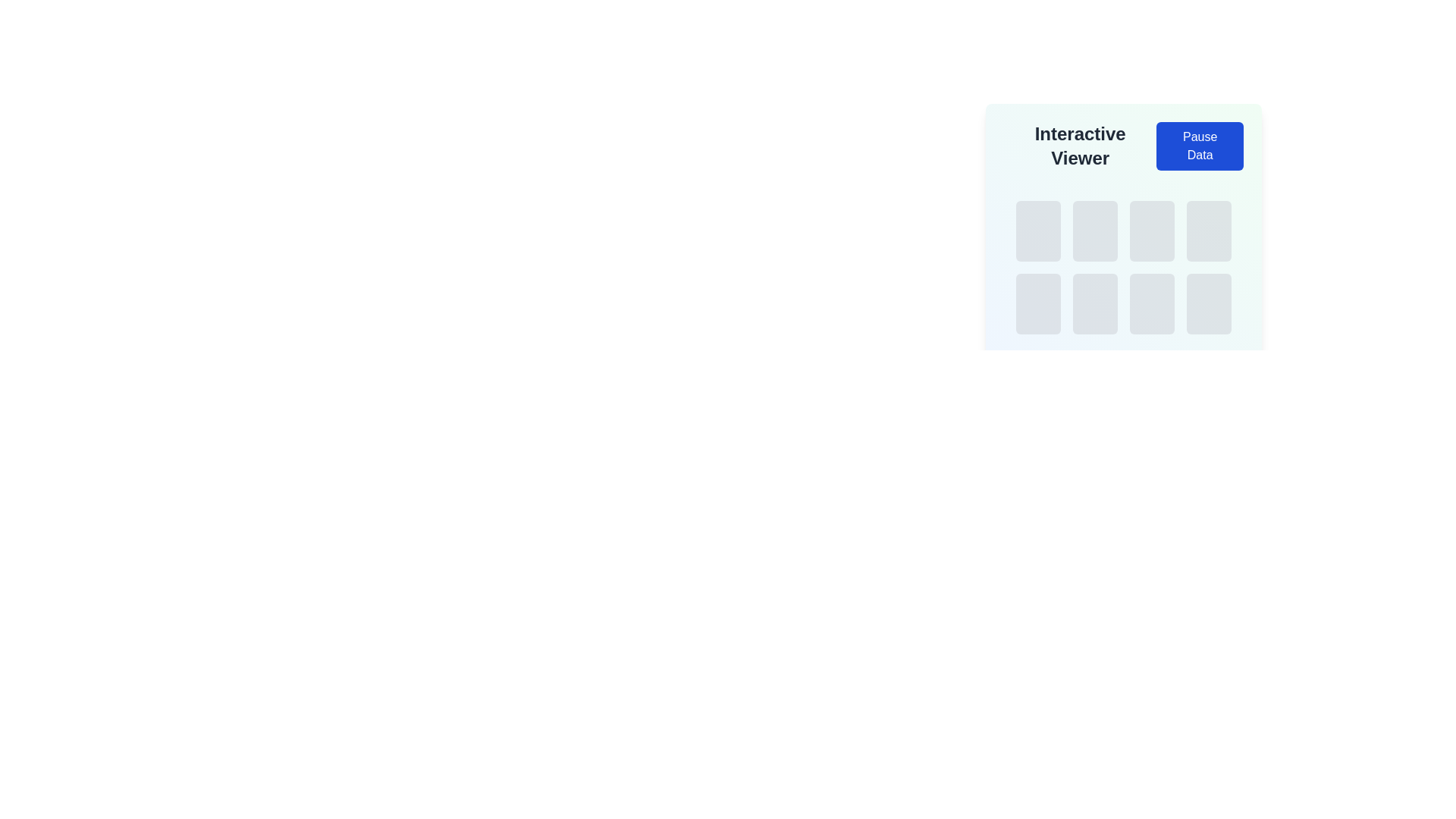 The image size is (1456, 819). What do you see at coordinates (1152, 231) in the screenshot?
I see `the Skeleton placeholder located as the third item in the first row of a 4-column grid, below the title 'Interactive Viewer'` at bounding box center [1152, 231].